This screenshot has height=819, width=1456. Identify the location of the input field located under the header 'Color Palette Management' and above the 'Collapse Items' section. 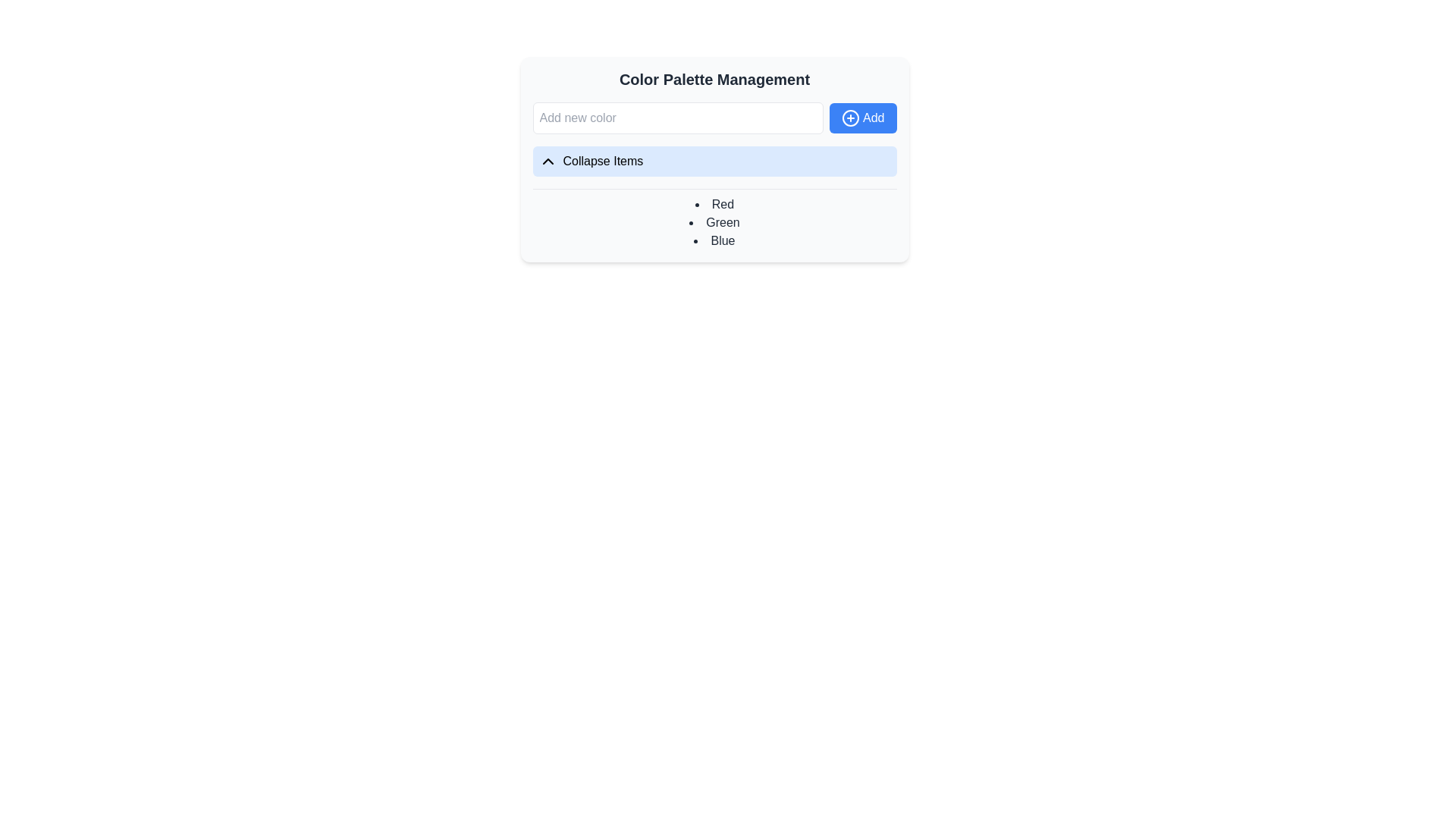
(714, 117).